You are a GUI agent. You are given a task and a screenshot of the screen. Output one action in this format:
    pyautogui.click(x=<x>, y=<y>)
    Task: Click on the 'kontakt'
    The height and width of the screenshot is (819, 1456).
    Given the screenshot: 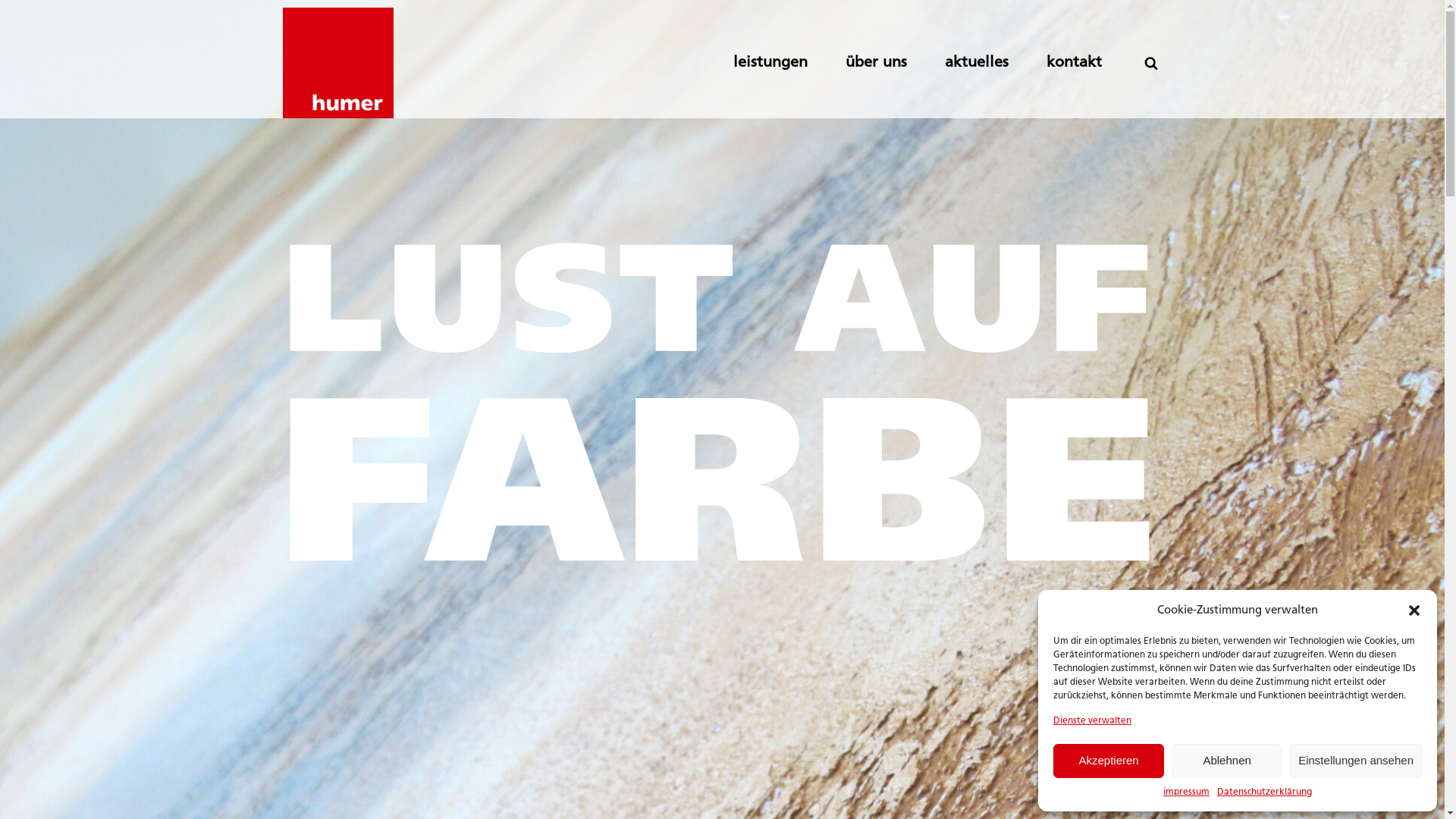 What is the action you would take?
    pyautogui.click(x=1046, y=62)
    